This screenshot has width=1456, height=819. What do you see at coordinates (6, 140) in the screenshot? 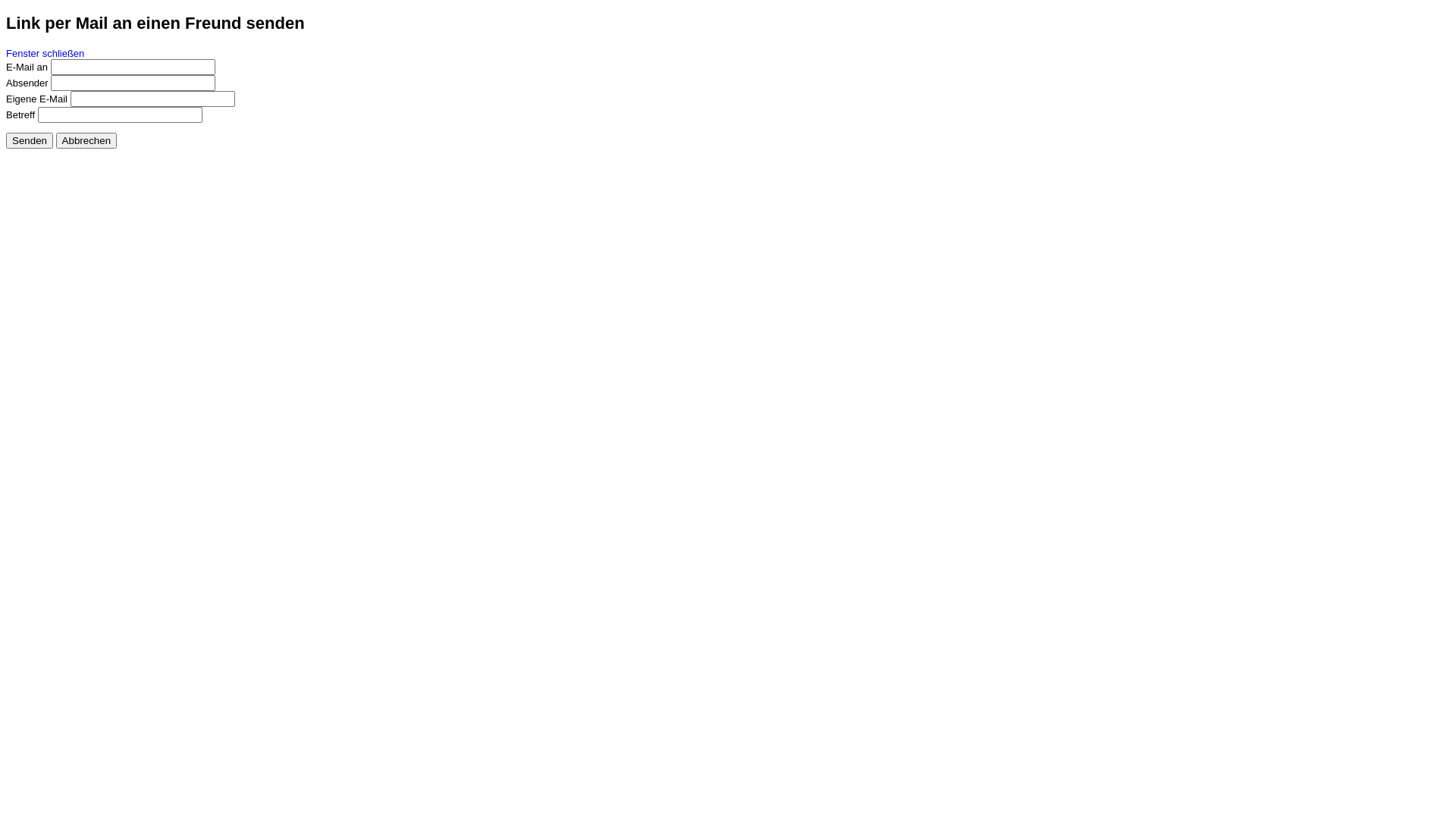
I see `'Senden'` at bounding box center [6, 140].